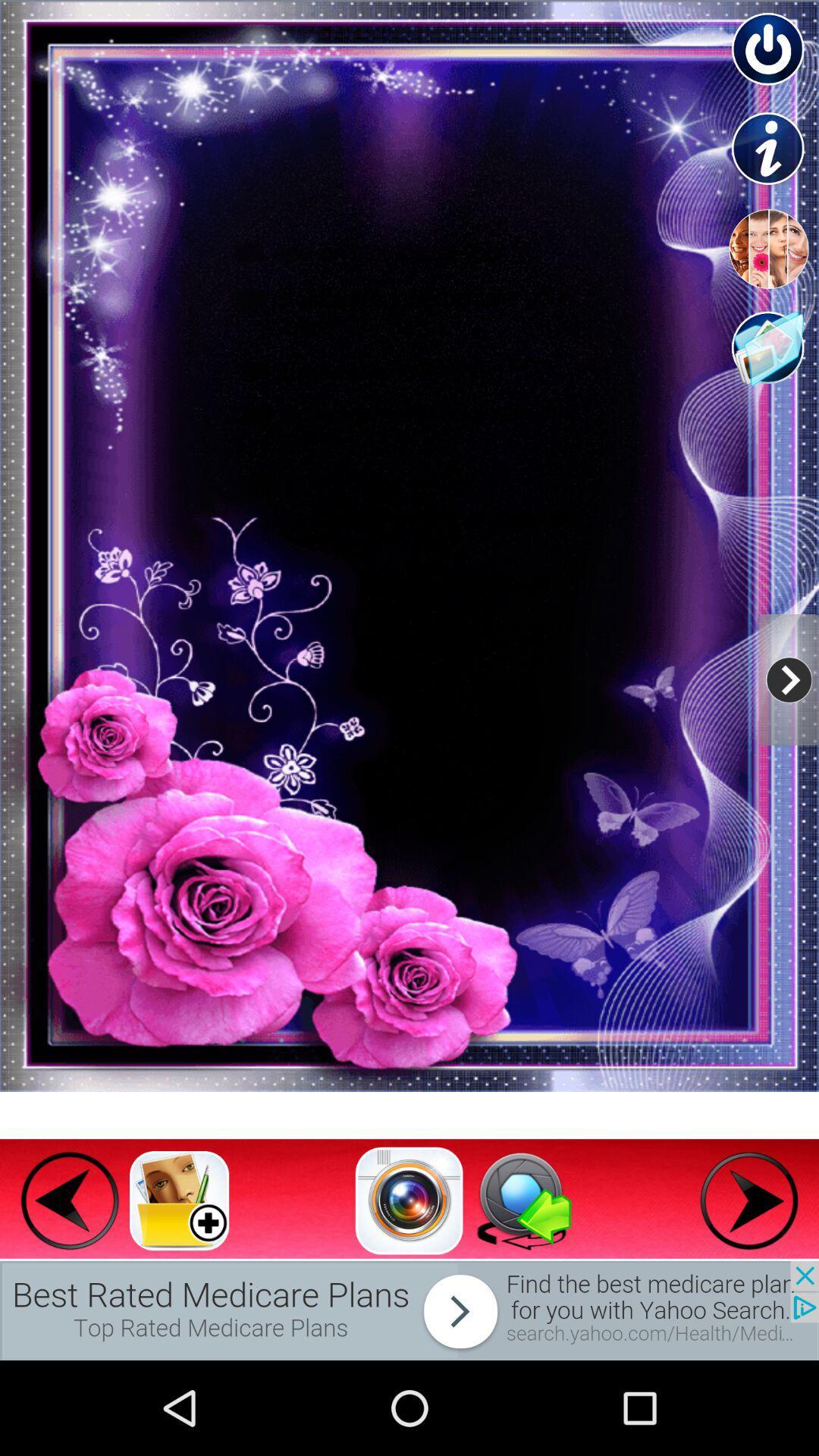  Describe the element at coordinates (748, 1200) in the screenshot. I see `next option` at that location.